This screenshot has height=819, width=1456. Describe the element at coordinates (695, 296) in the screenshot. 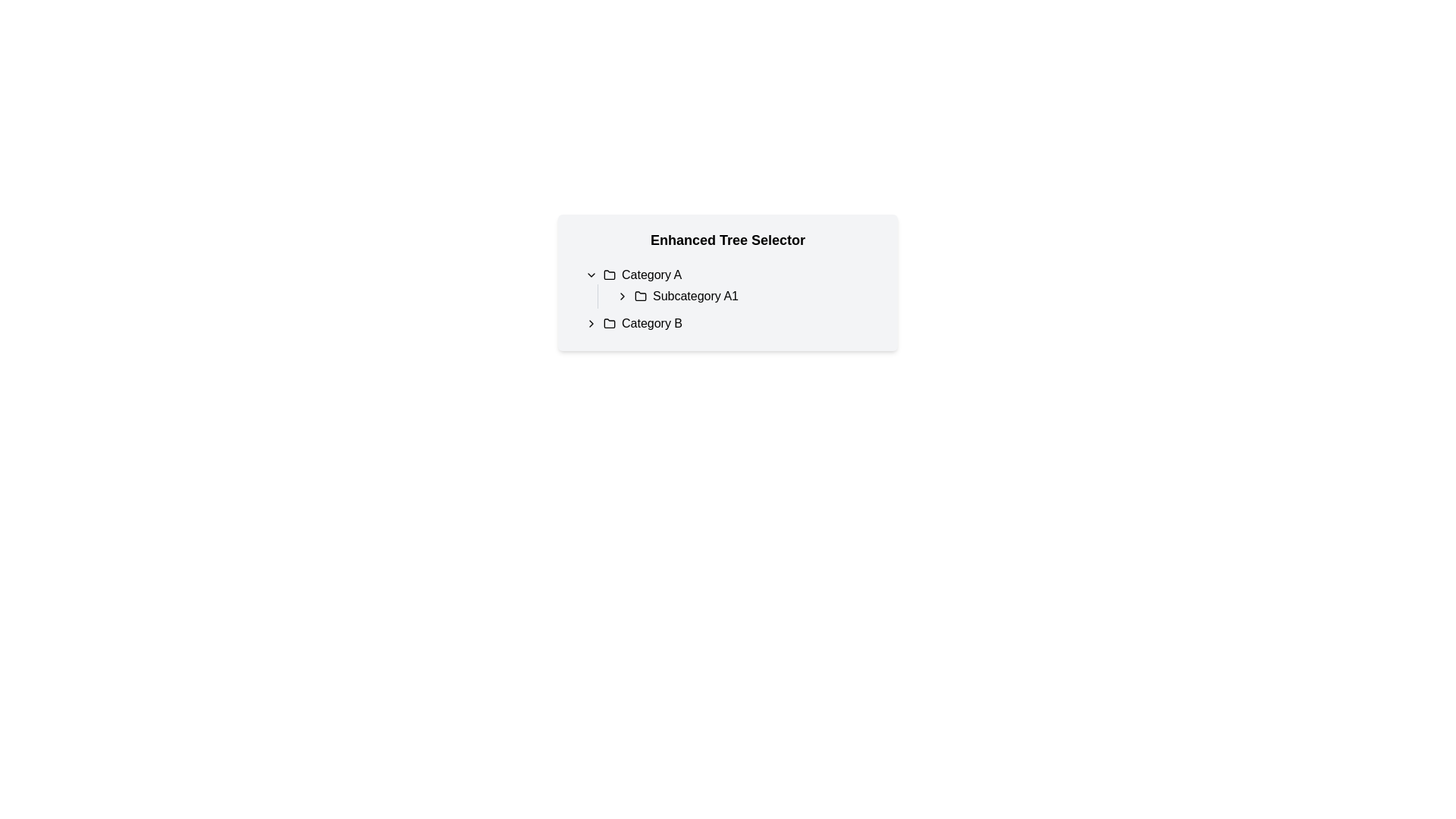

I see `the text label 'Subcategory A1'` at that location.